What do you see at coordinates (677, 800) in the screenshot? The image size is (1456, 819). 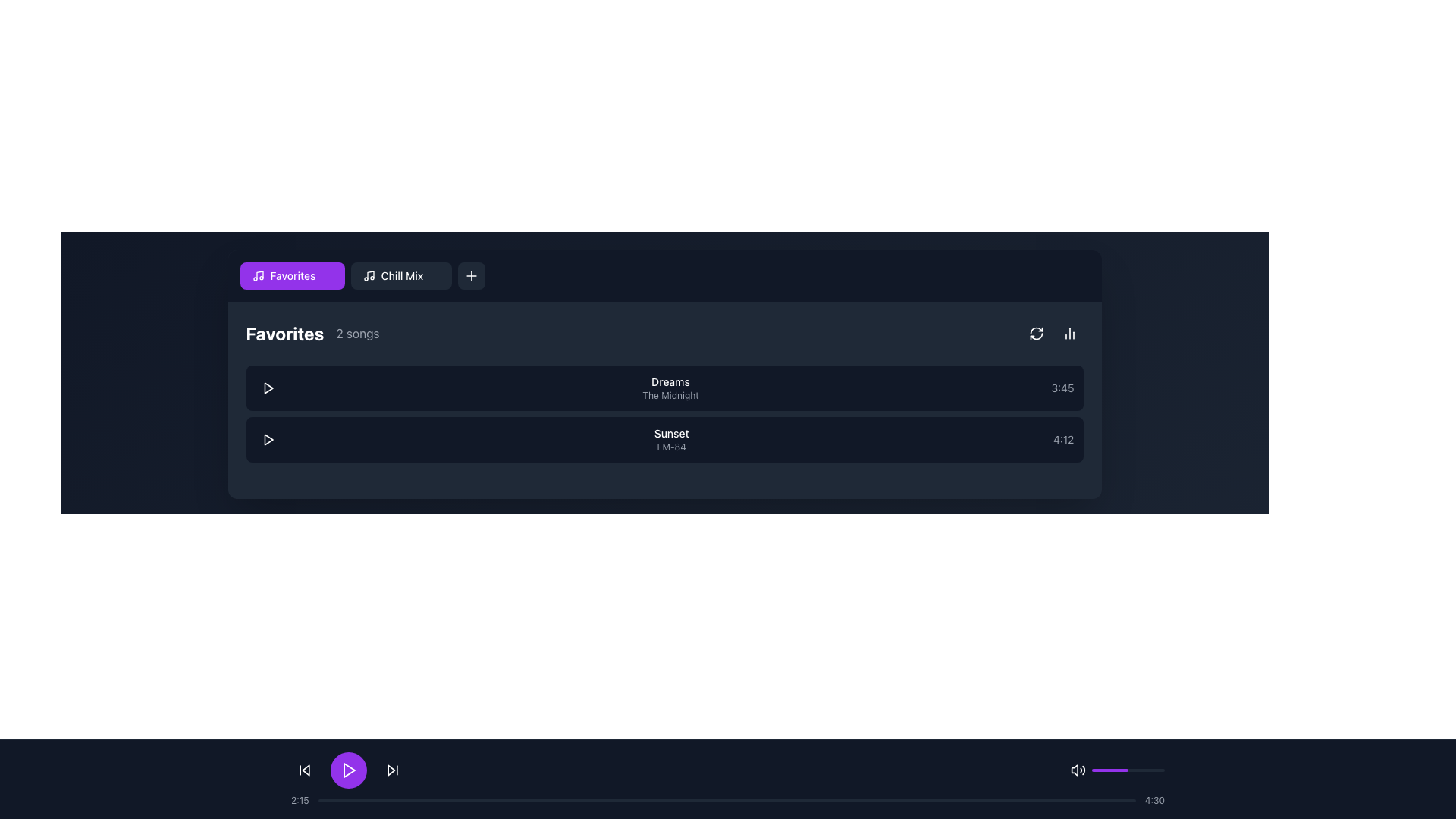 I see `the progress bar` at bounding box center [677, 800].